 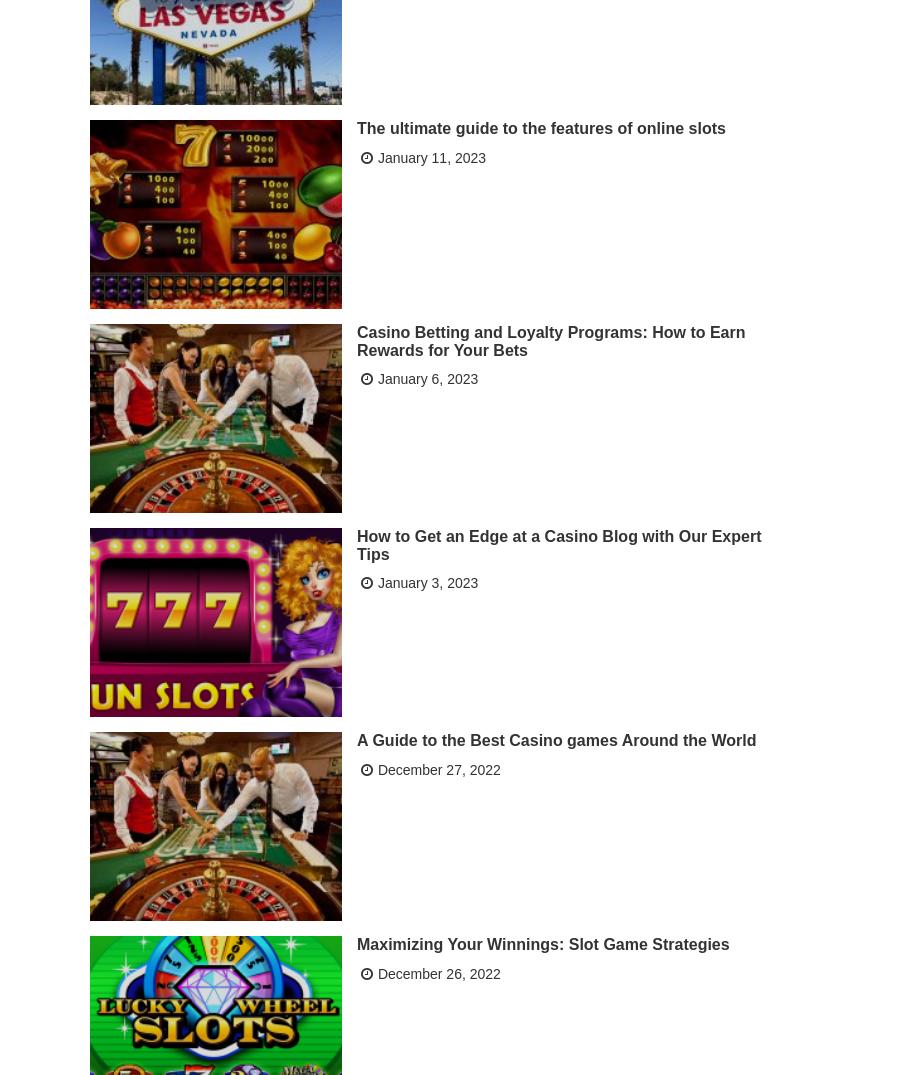 What do you see at coordinates (555, 738) in the screenshot?
I see `'A Guide to the Best Casino games Around the World'` at bounding box center [555, 738].